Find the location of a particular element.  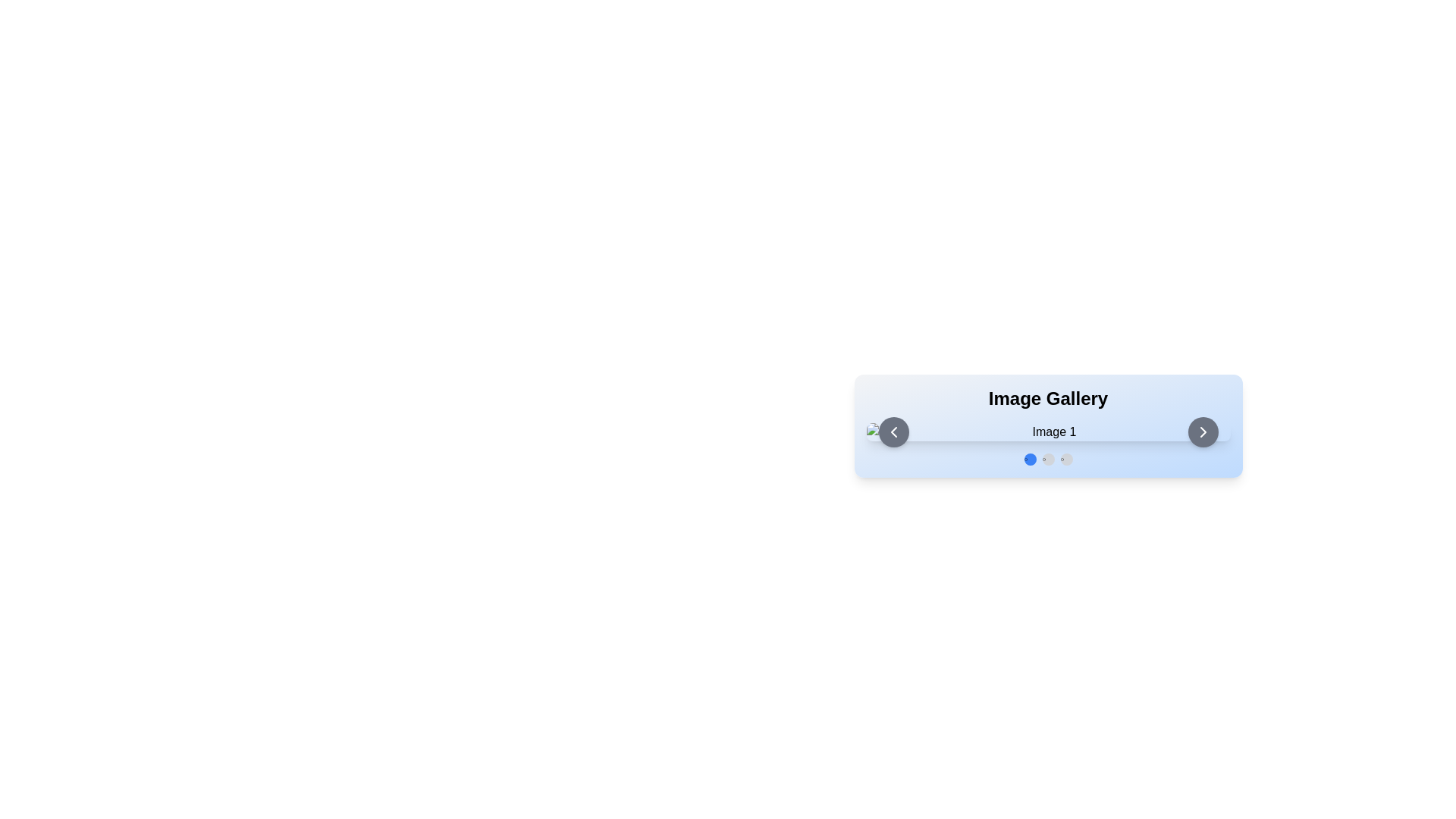

the SVG icon component inside the circular button on the left of the horizontal gallery navigation bar is located at coordinates (893, 432).